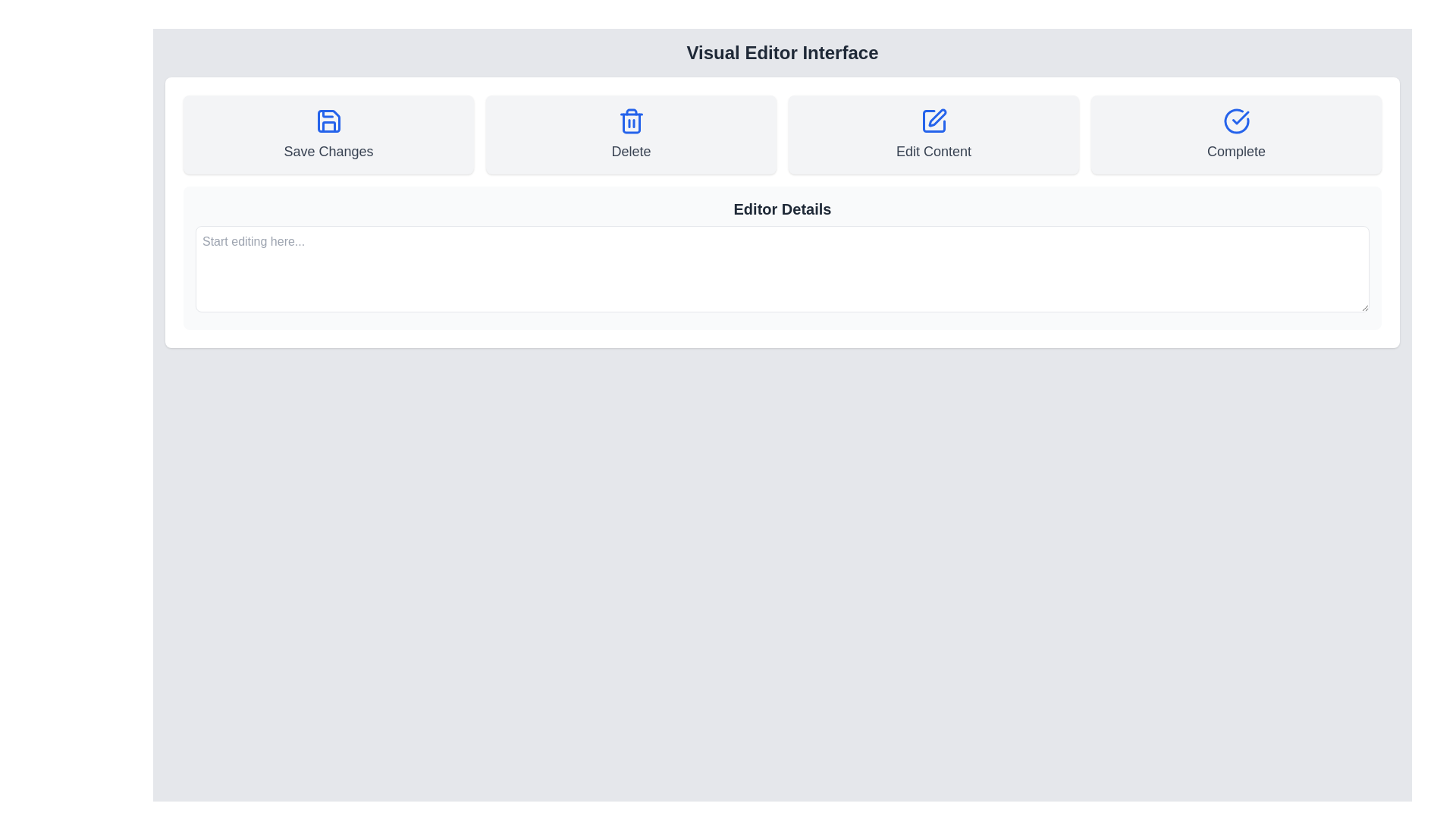  I want to click on the first button in the four-button grid, which is labeled 'Save Changes', so click(328, 133).